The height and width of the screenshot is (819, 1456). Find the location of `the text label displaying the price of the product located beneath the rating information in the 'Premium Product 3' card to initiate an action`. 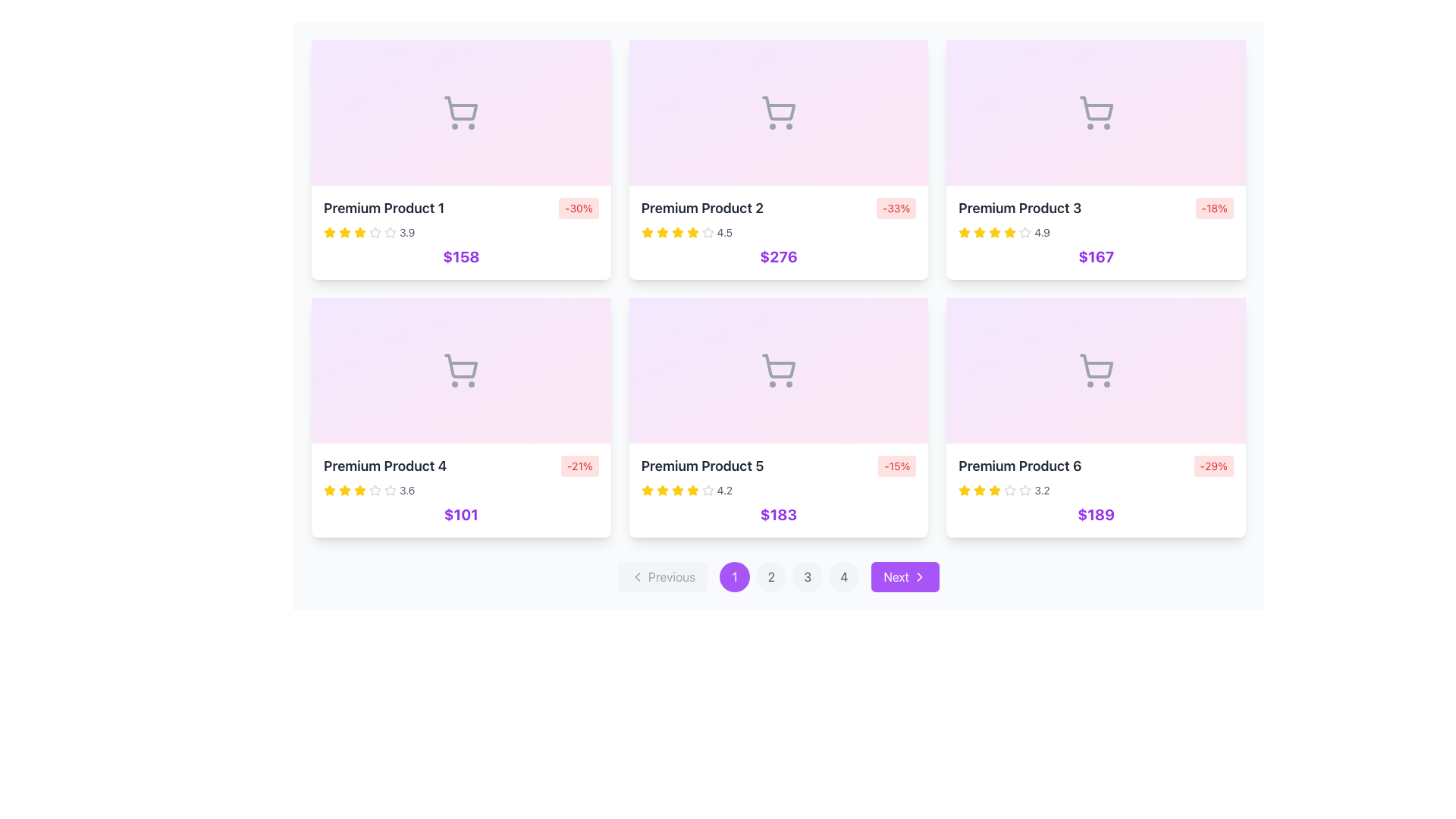

the text label displaying the price of the product located beneath the rating information in the 'Premium Product 3' card to initiate an action is located at coordinates (1096, 256).